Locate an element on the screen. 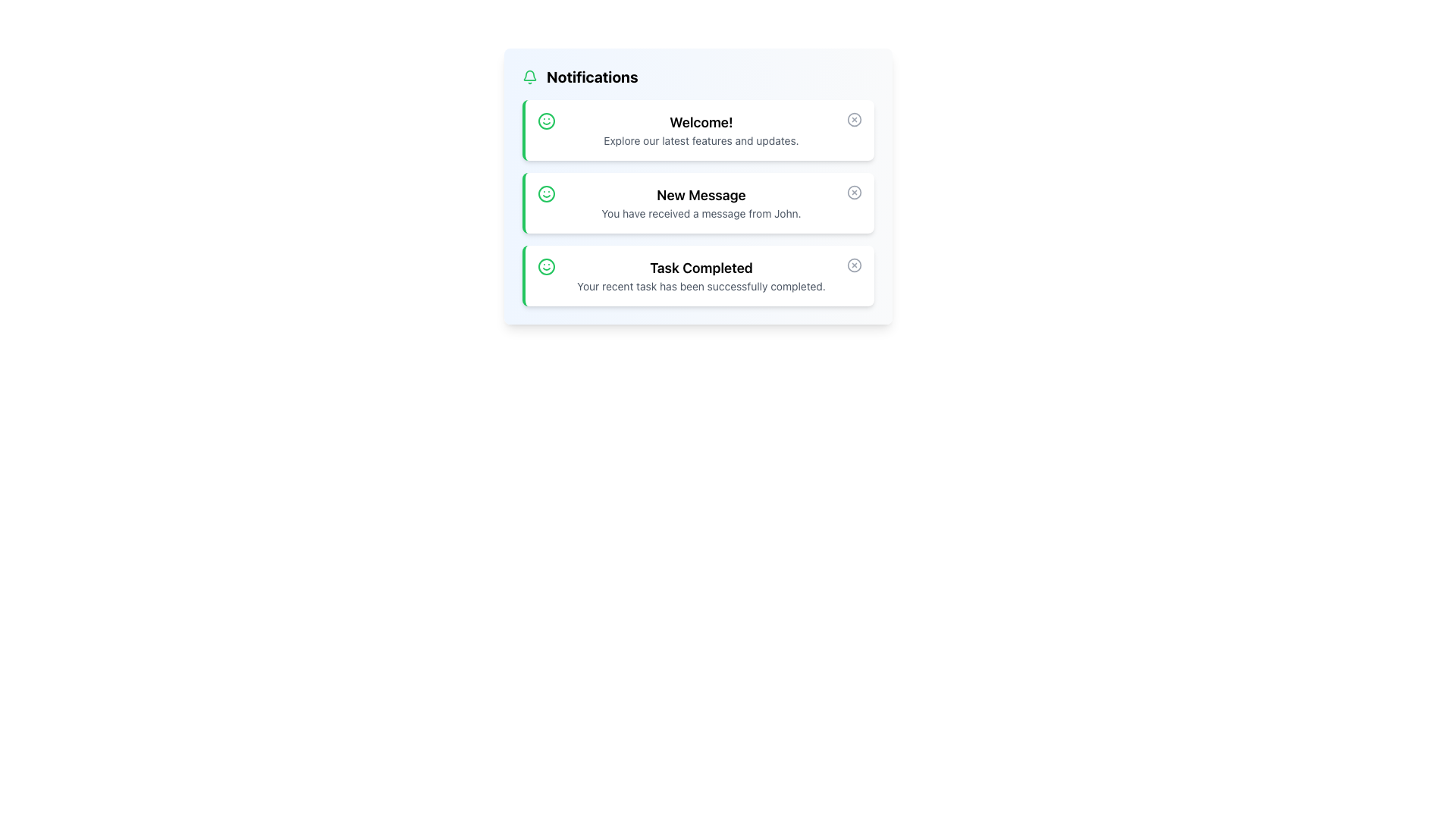  the small circular close button with a cross icon inside, located on the far right side of the third notification box labeled 'Task Completed: Your recent task has been successfully completed.' is located at coordinates (855, 265).